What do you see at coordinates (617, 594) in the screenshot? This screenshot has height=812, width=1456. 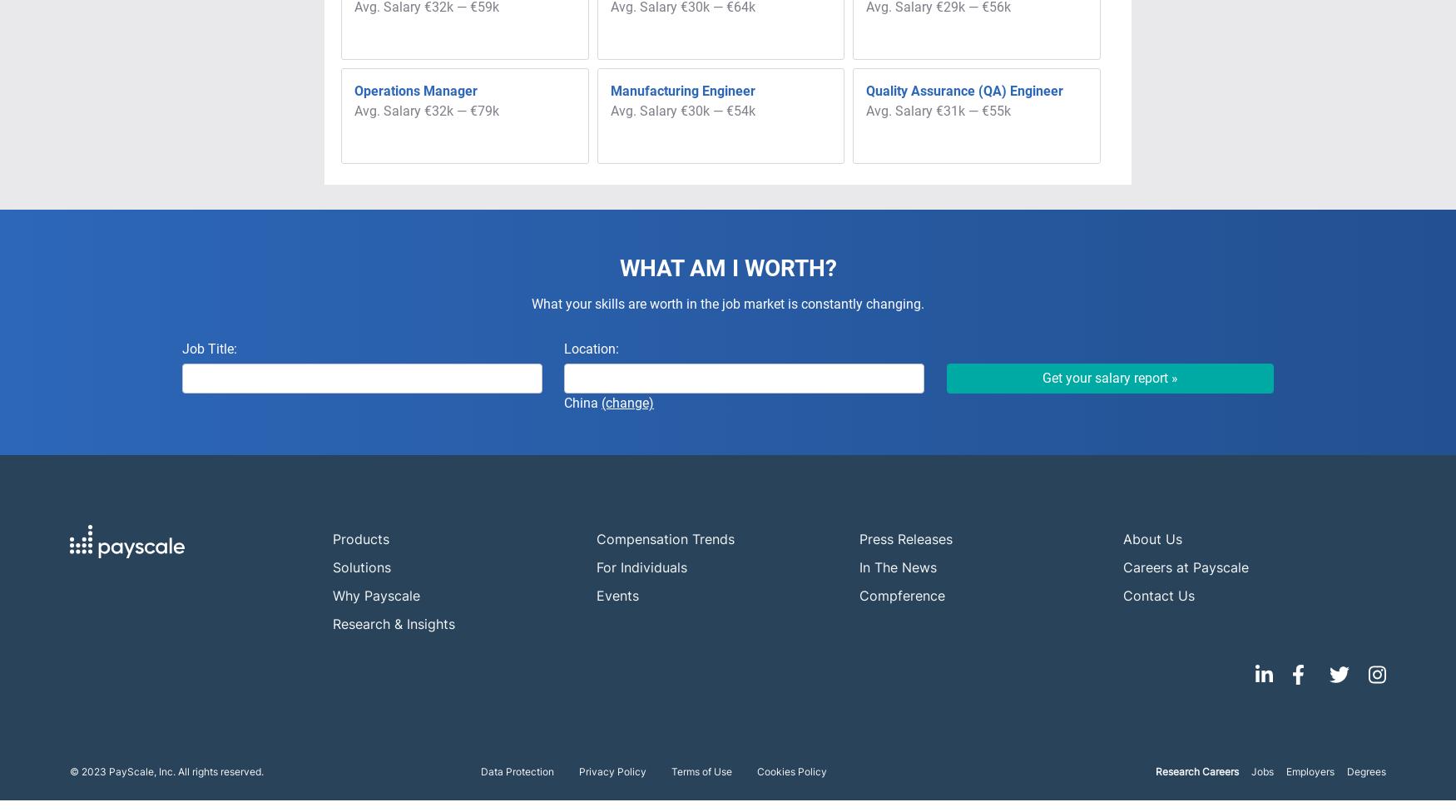 I see `'Events'` at bounding box center [617, 594].